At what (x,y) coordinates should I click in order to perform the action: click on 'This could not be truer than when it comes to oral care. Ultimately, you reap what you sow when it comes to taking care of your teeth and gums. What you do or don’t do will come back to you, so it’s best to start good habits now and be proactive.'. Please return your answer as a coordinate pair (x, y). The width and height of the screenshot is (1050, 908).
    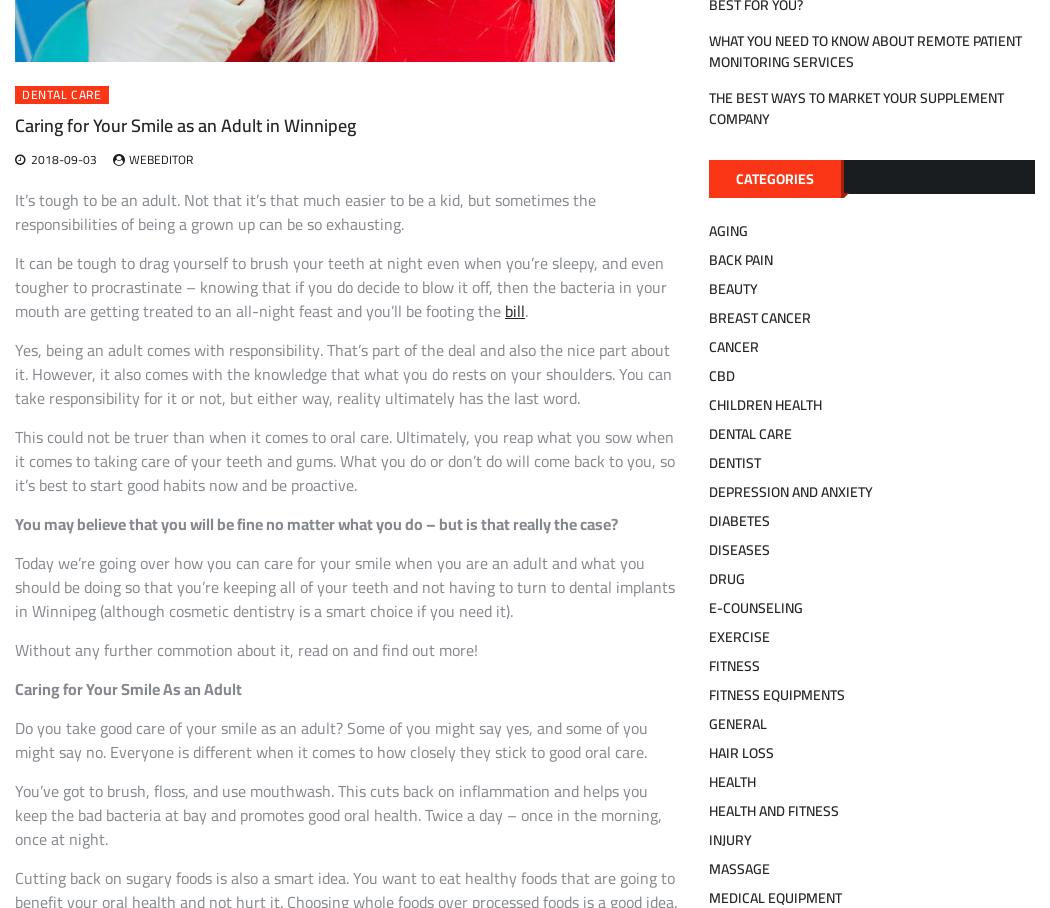
    Looking at the image, I should click on (344, 459).